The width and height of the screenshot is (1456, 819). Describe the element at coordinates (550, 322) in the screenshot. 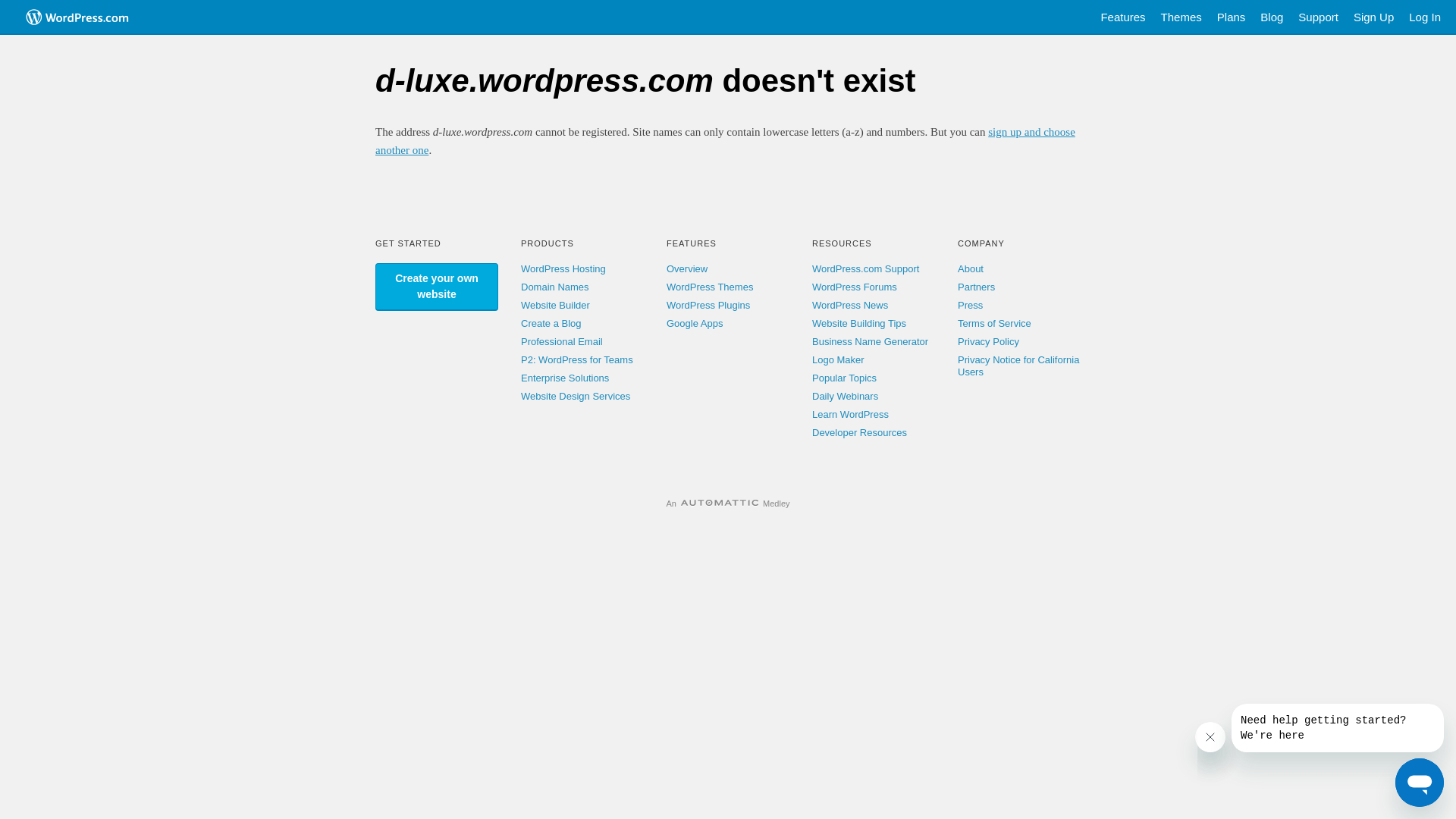

I see `'Create a Blog'` at that location.